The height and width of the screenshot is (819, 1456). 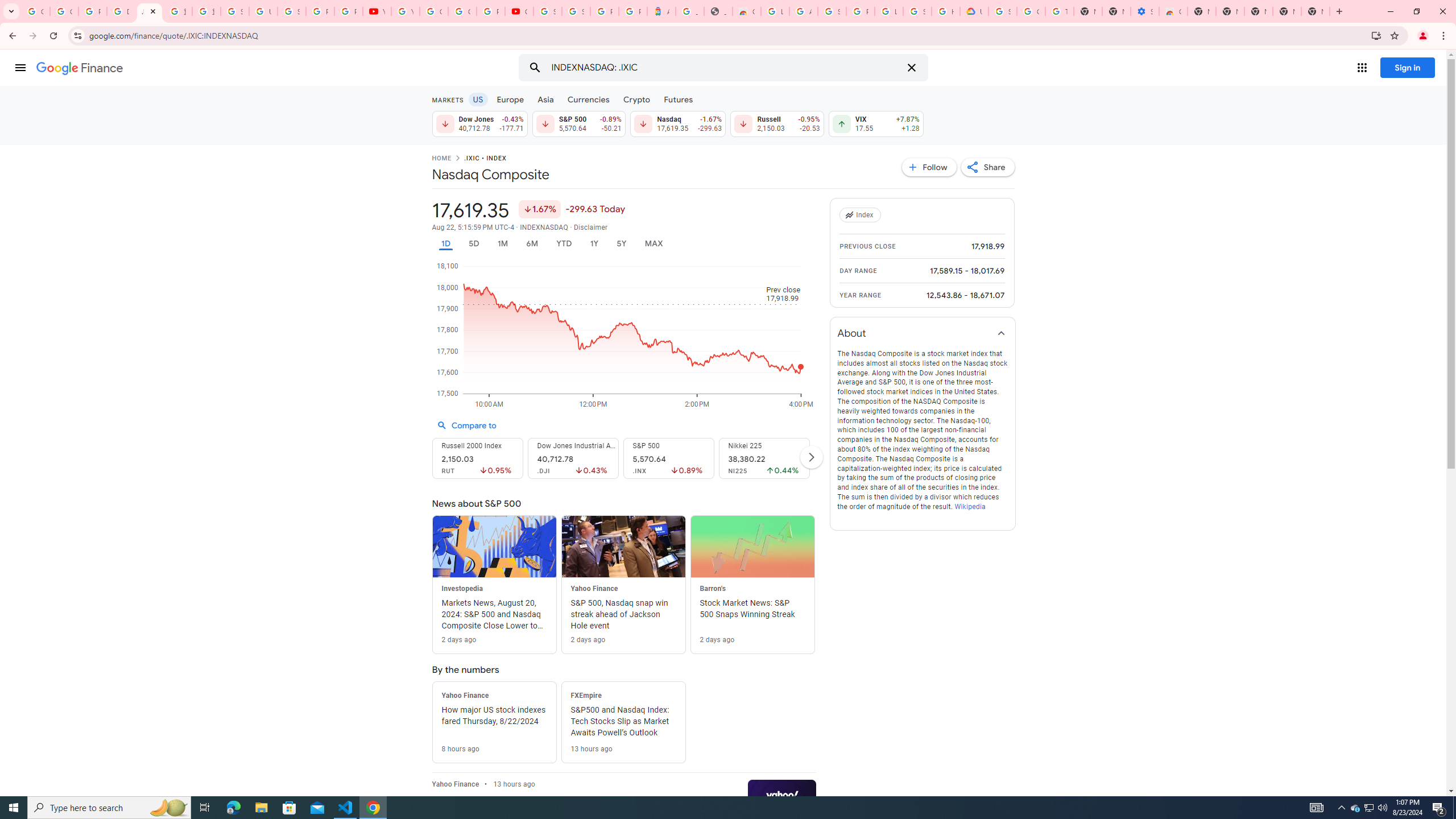 What do you see at coordinates (19, 67) in the screenshot?
I see `'Main menu'` at bounding box center [19, 67].